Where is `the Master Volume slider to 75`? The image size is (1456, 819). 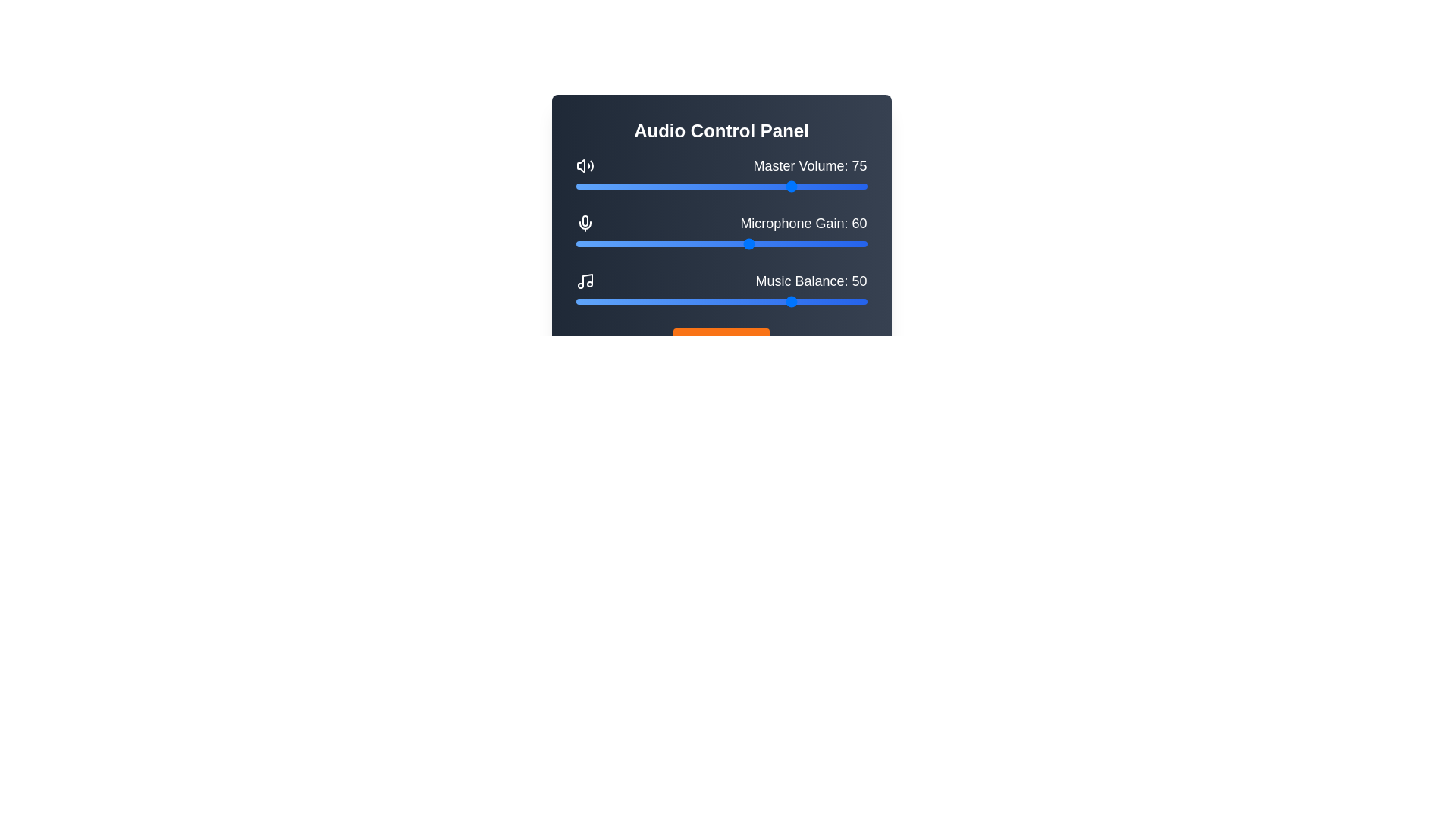
the Master Volume slider to 75 is located at coordinates (793, 186).